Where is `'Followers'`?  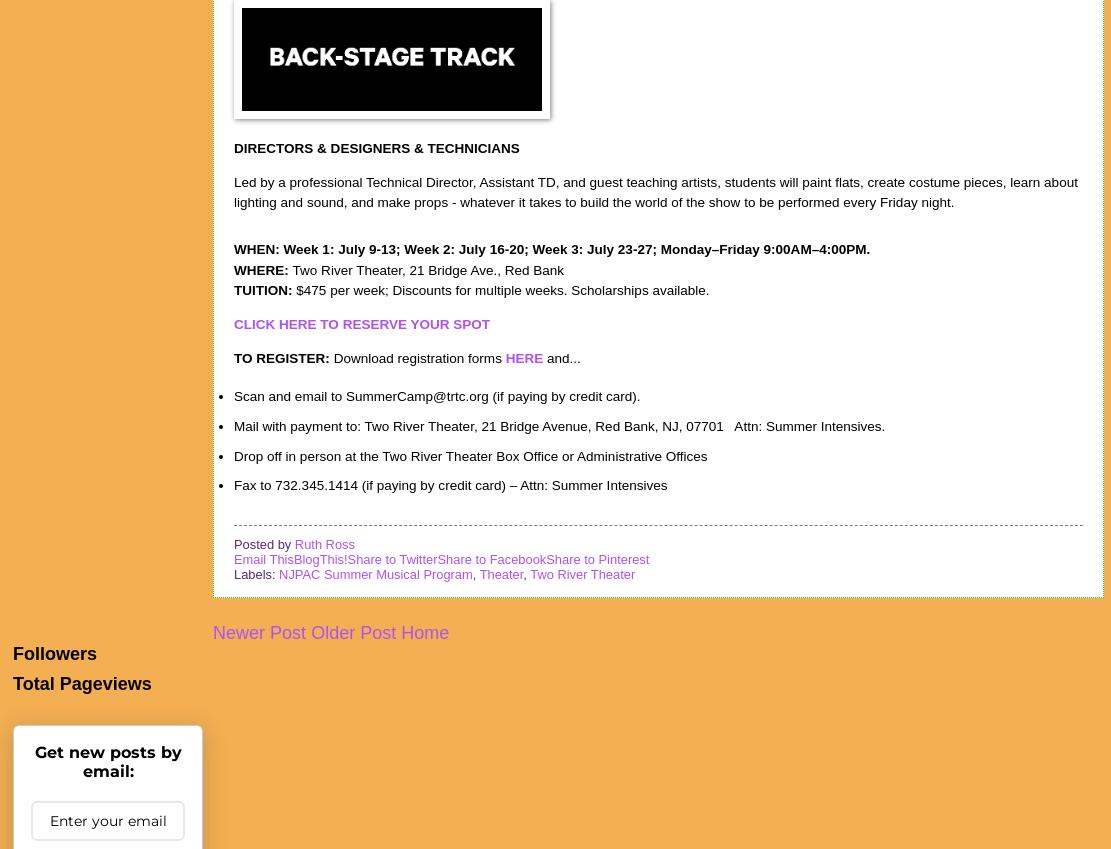 'Followers' is located at coordinates (54, 652).